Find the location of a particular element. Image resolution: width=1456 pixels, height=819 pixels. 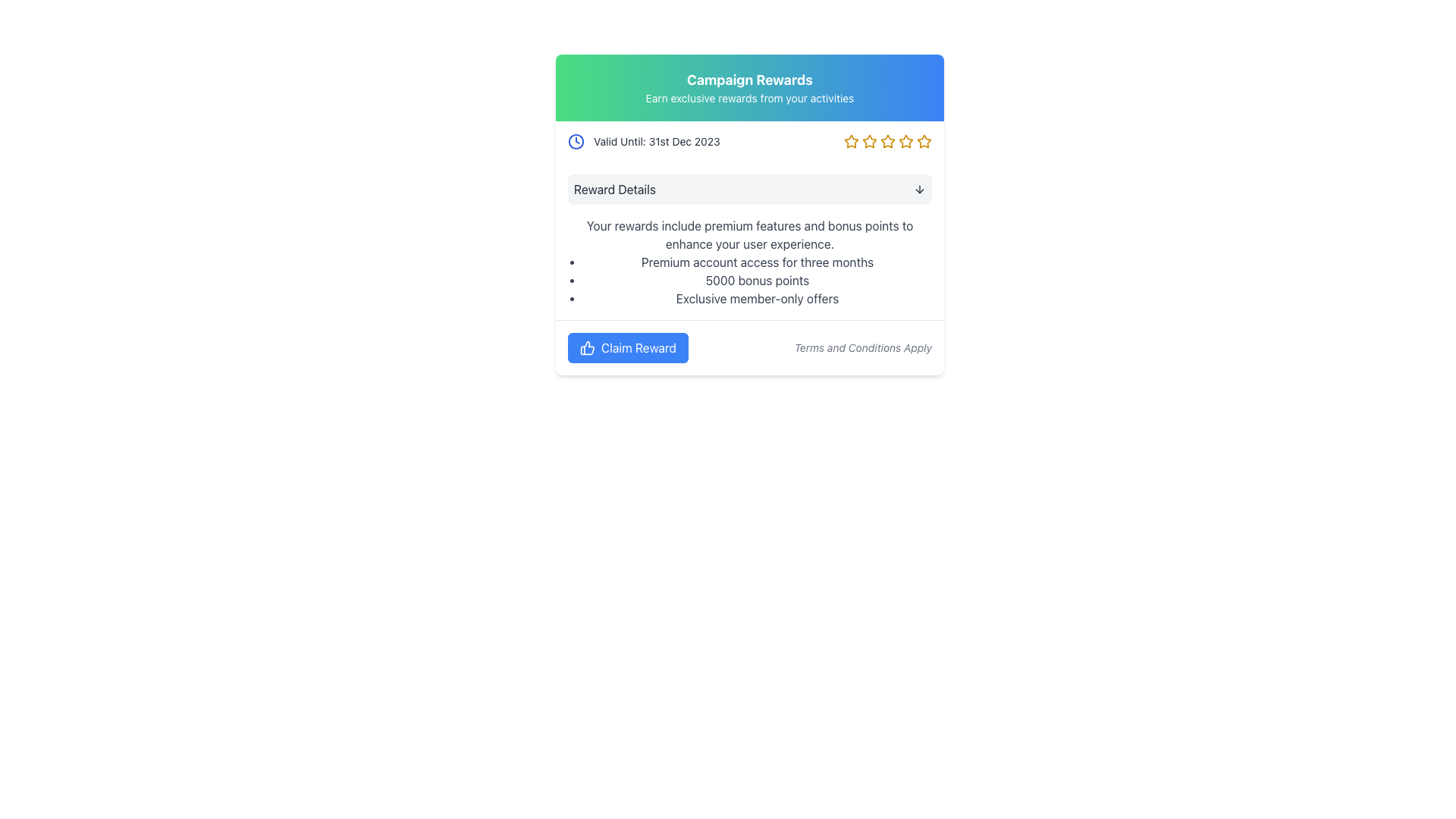

the expandable/collapsible icon located to the far right within the 'Reward Details' section is located at coordinates (919, 189).